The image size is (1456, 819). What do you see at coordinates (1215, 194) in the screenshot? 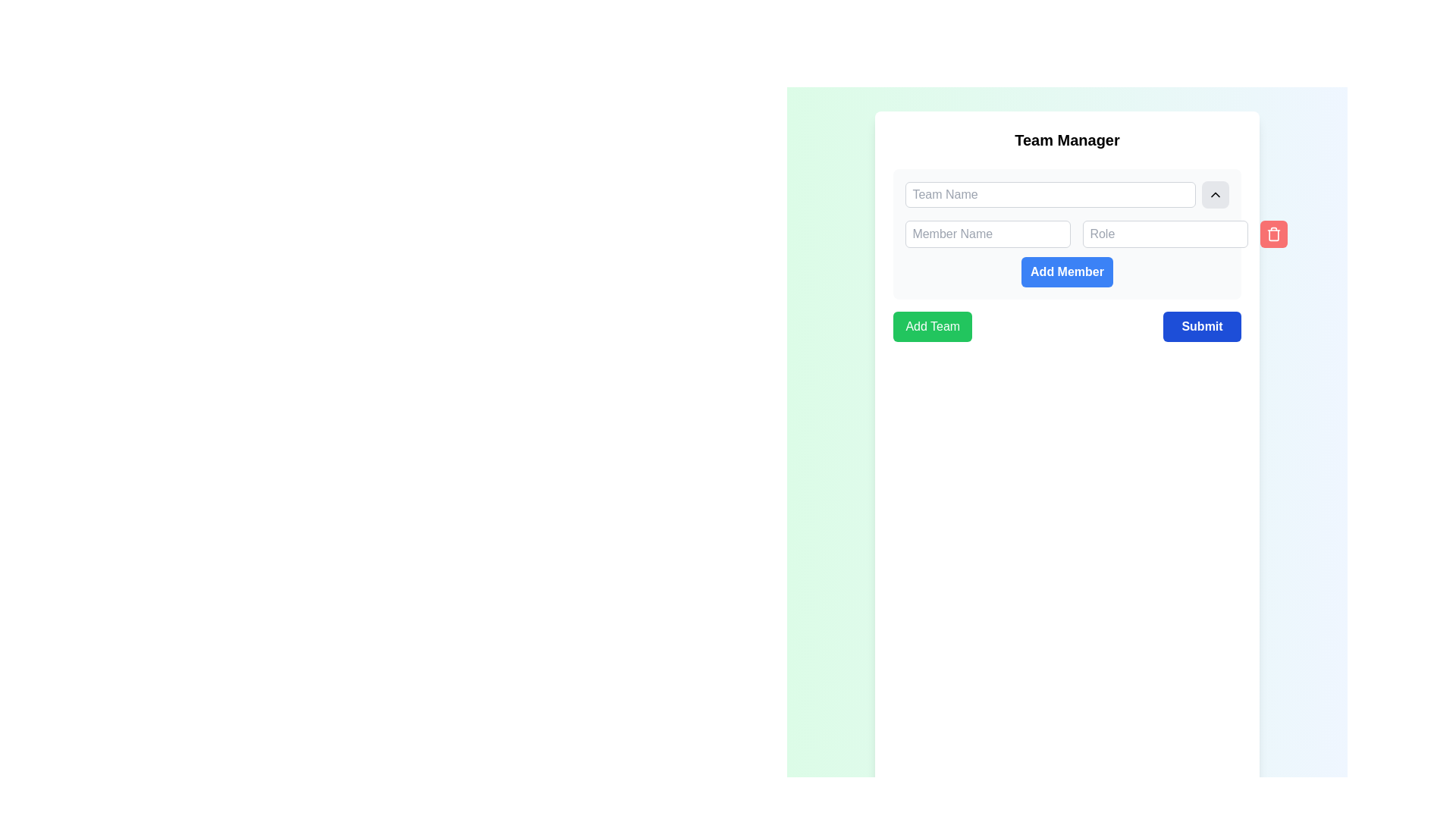
I see `the button located to the right of the 'Team Name' text input field` at bounding box center [1215, 194].